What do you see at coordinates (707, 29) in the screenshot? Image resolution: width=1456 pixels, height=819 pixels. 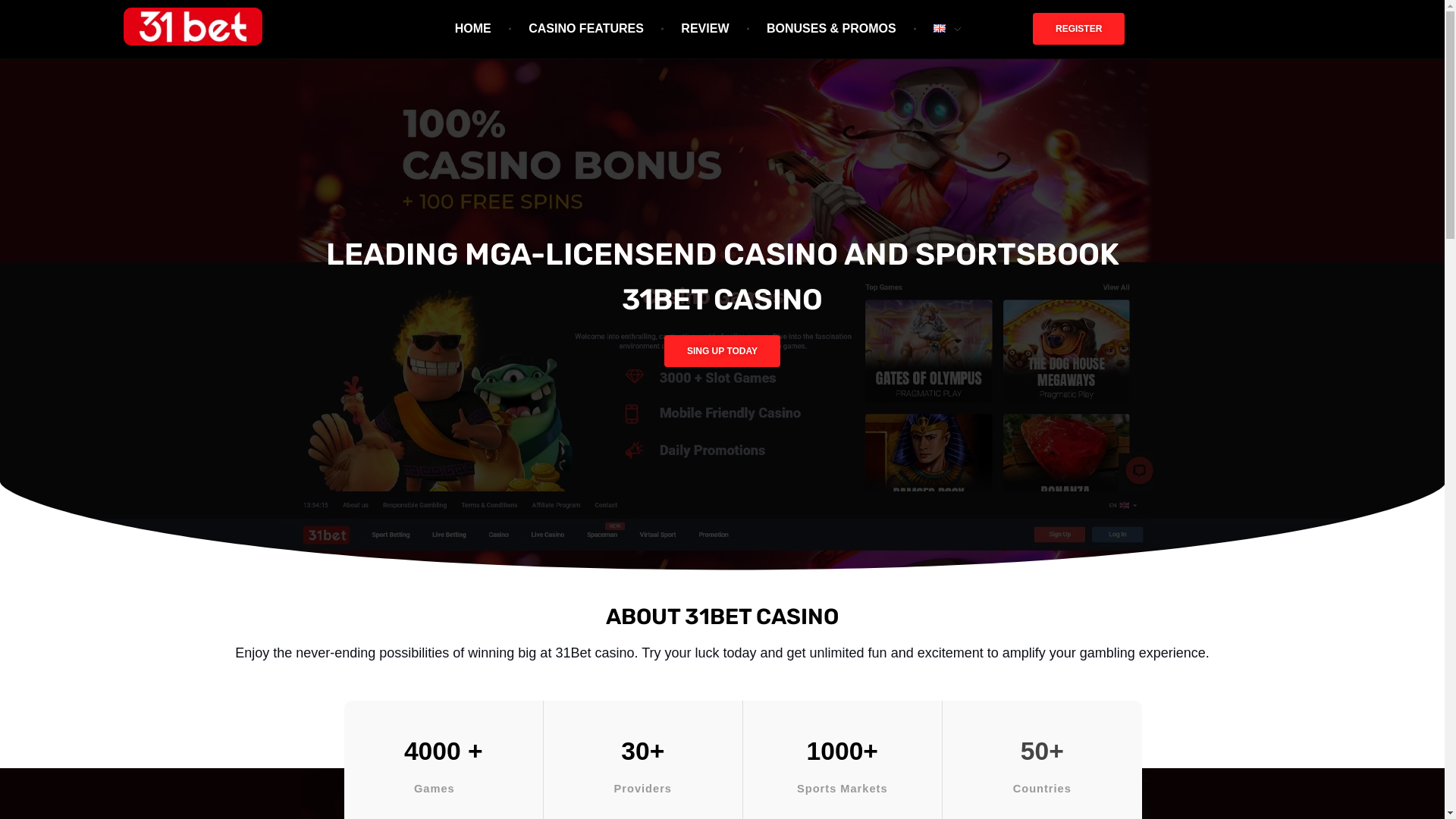 I see `'REVIEW'` at bounding box center [707, 29].